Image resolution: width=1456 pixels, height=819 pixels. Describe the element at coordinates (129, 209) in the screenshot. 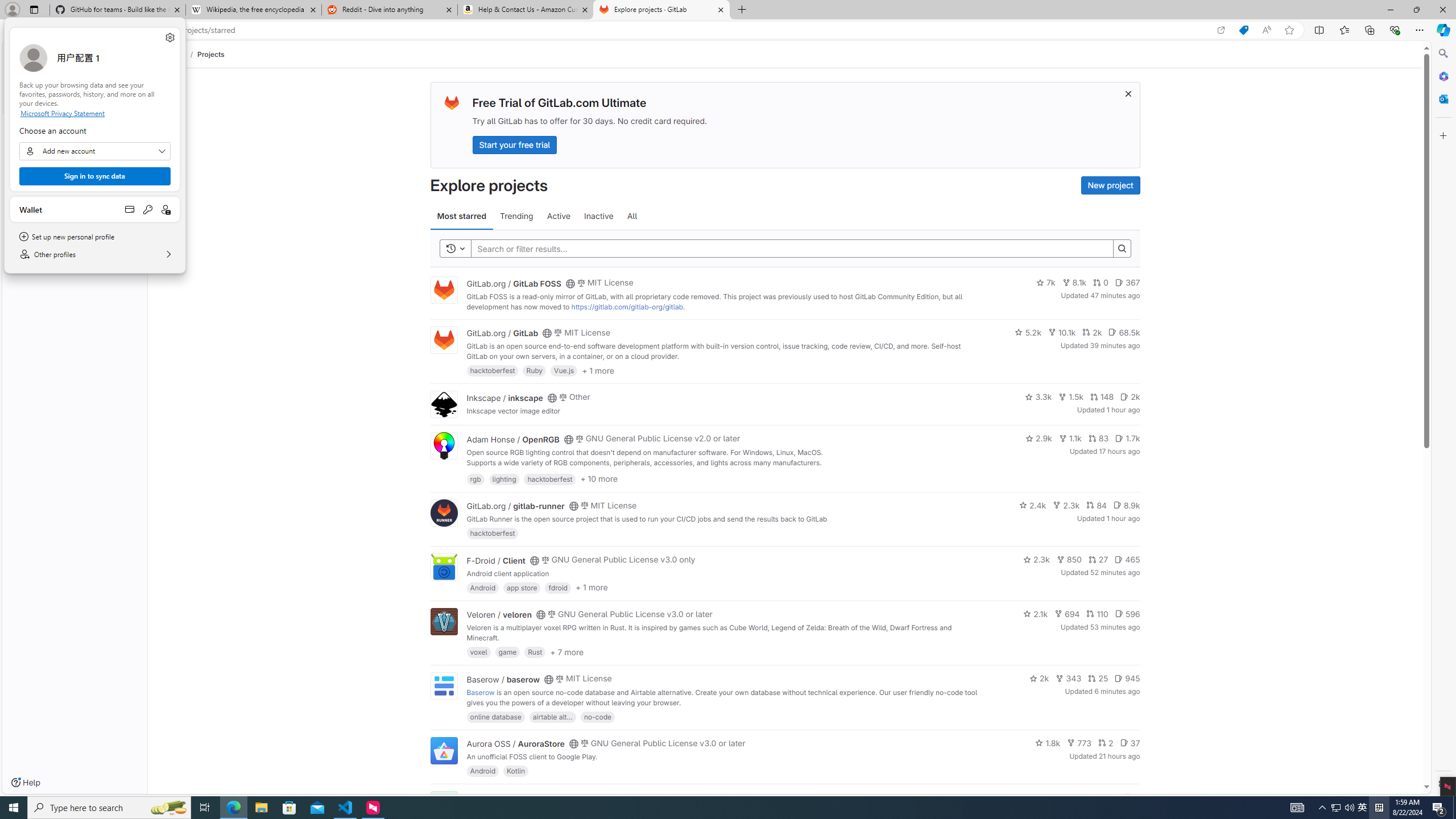

I see `'Open payment methods'` at that location.